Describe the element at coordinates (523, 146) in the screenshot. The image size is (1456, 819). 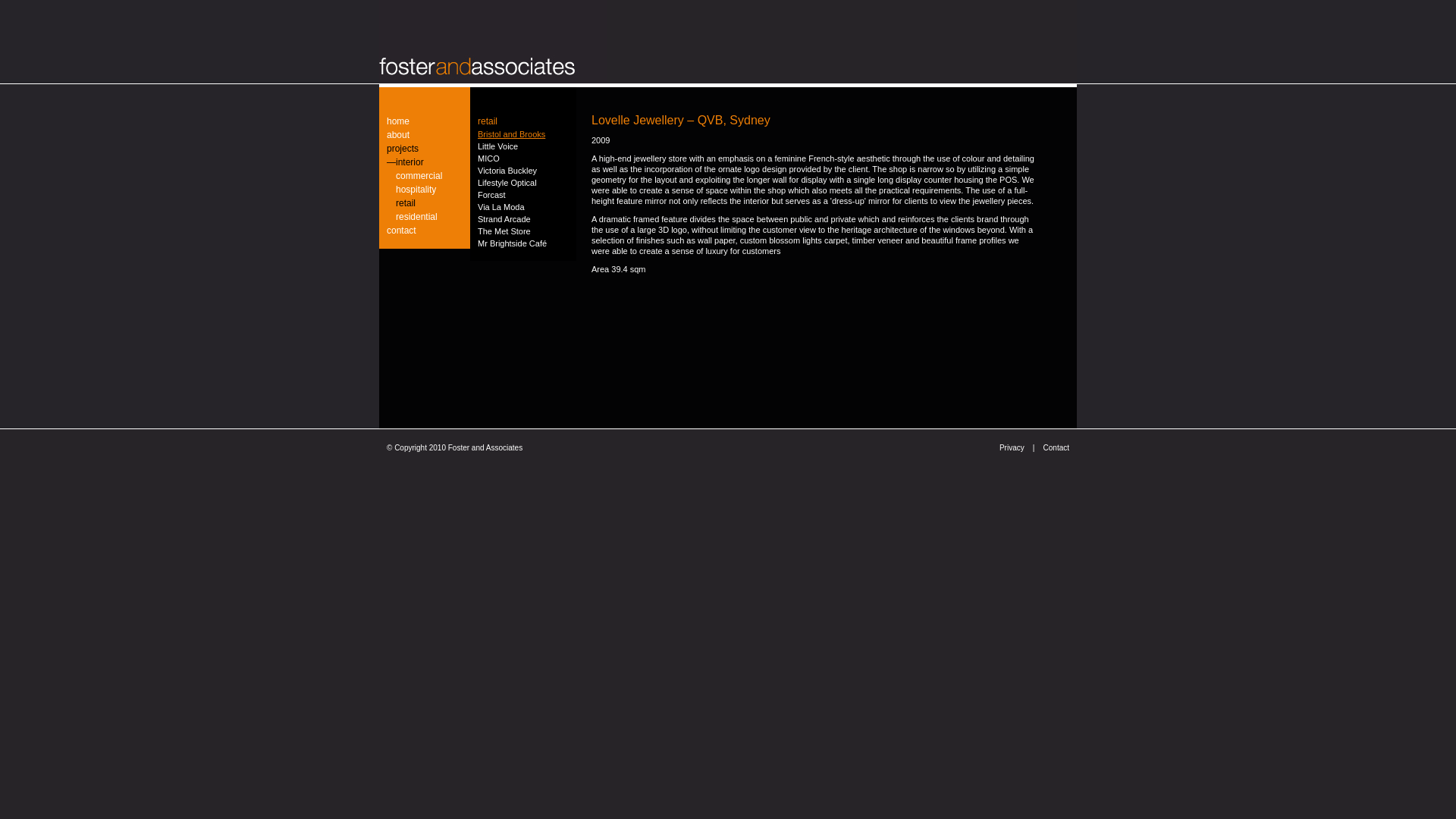
I see `'Little Voice'` at that location.